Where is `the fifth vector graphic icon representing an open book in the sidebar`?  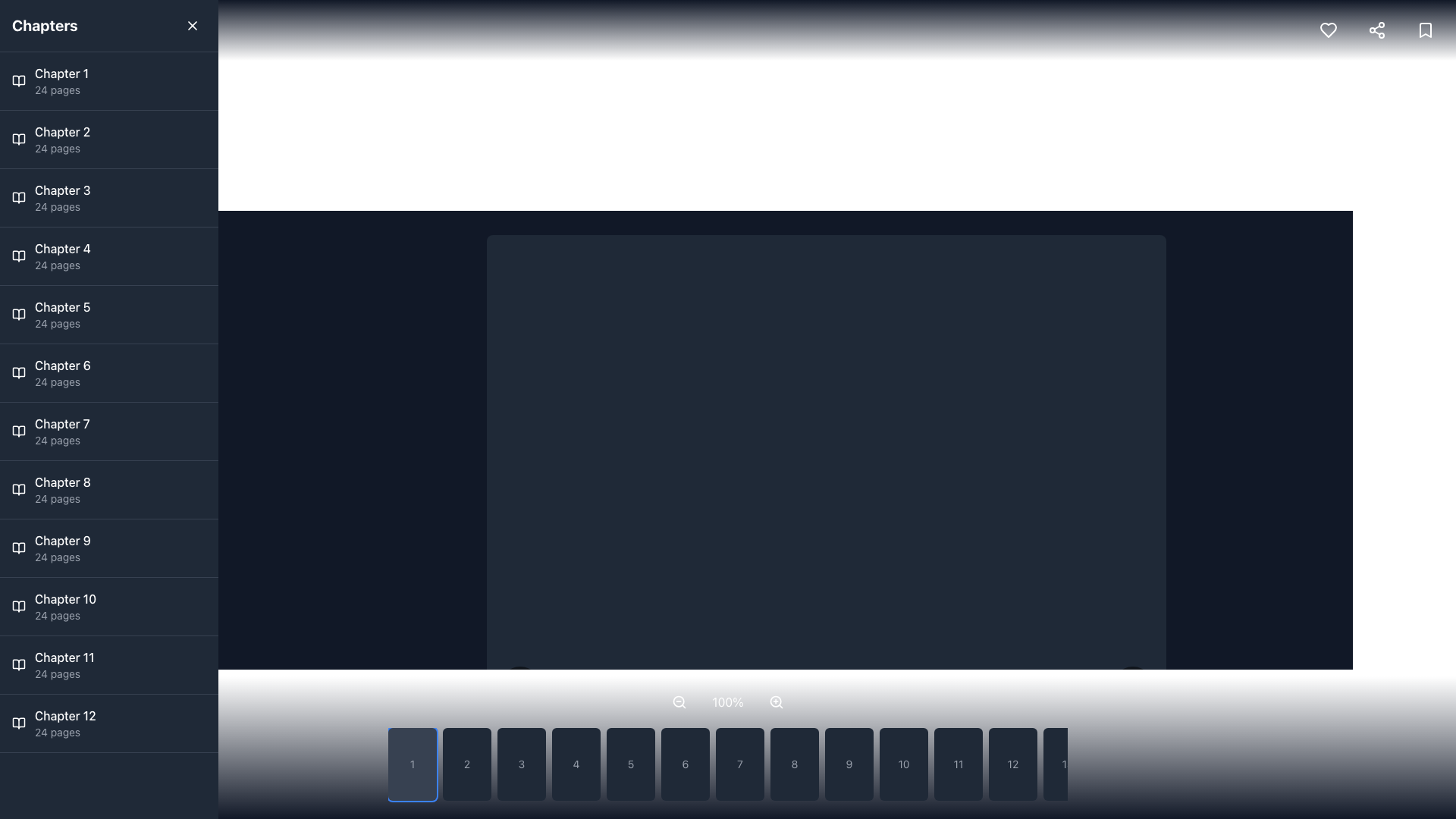 the fifth vector graphic icon representing an open book in the sidebar is located at coordinates (18, 314).